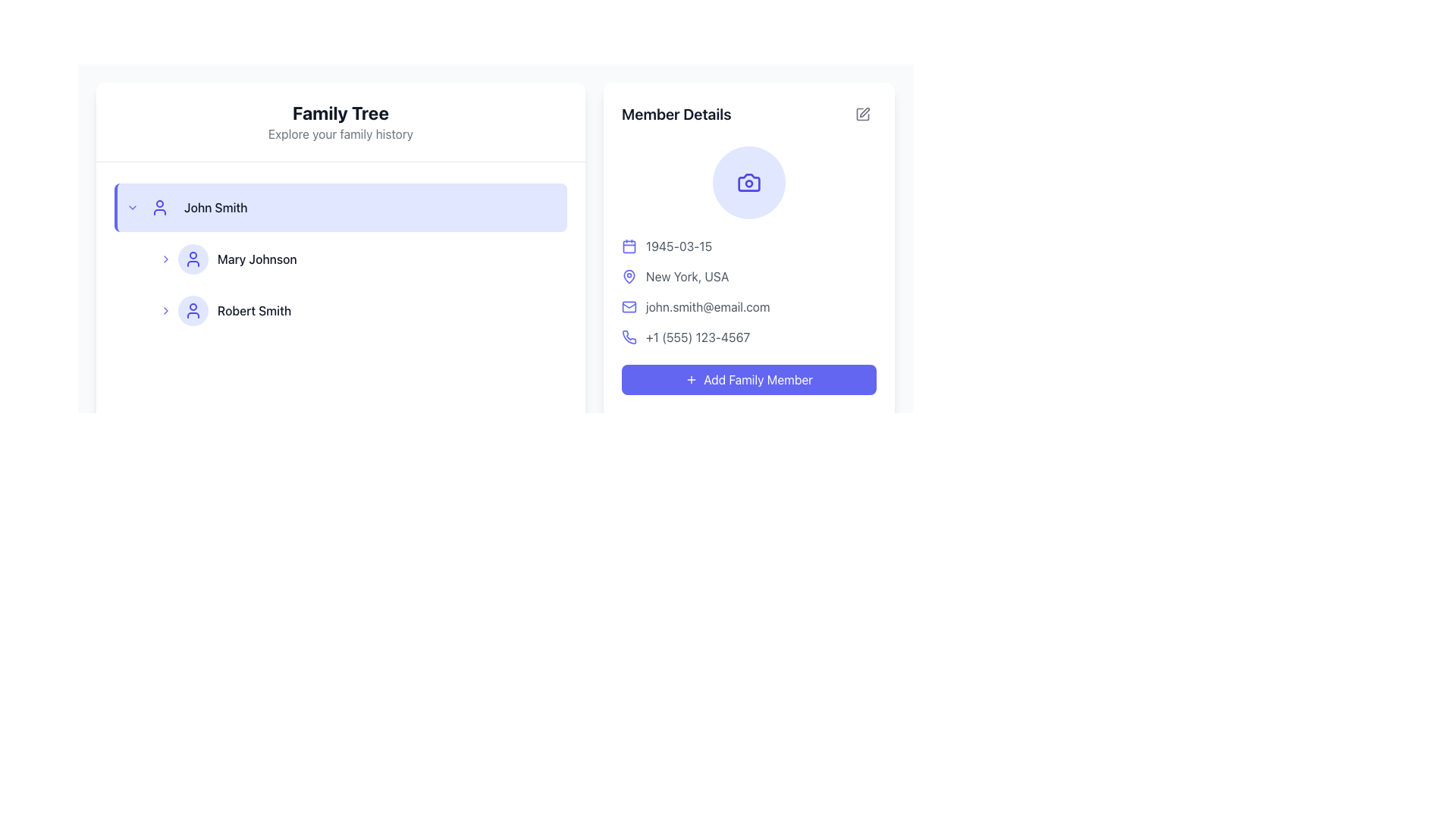 The image size is (1456, 819). Describe the element at coordinates (340, 259) in the screenshot. I see `the selectable list item displaying 'Mary Johnson', which is positioned beneath 'John Smith'` at that location.